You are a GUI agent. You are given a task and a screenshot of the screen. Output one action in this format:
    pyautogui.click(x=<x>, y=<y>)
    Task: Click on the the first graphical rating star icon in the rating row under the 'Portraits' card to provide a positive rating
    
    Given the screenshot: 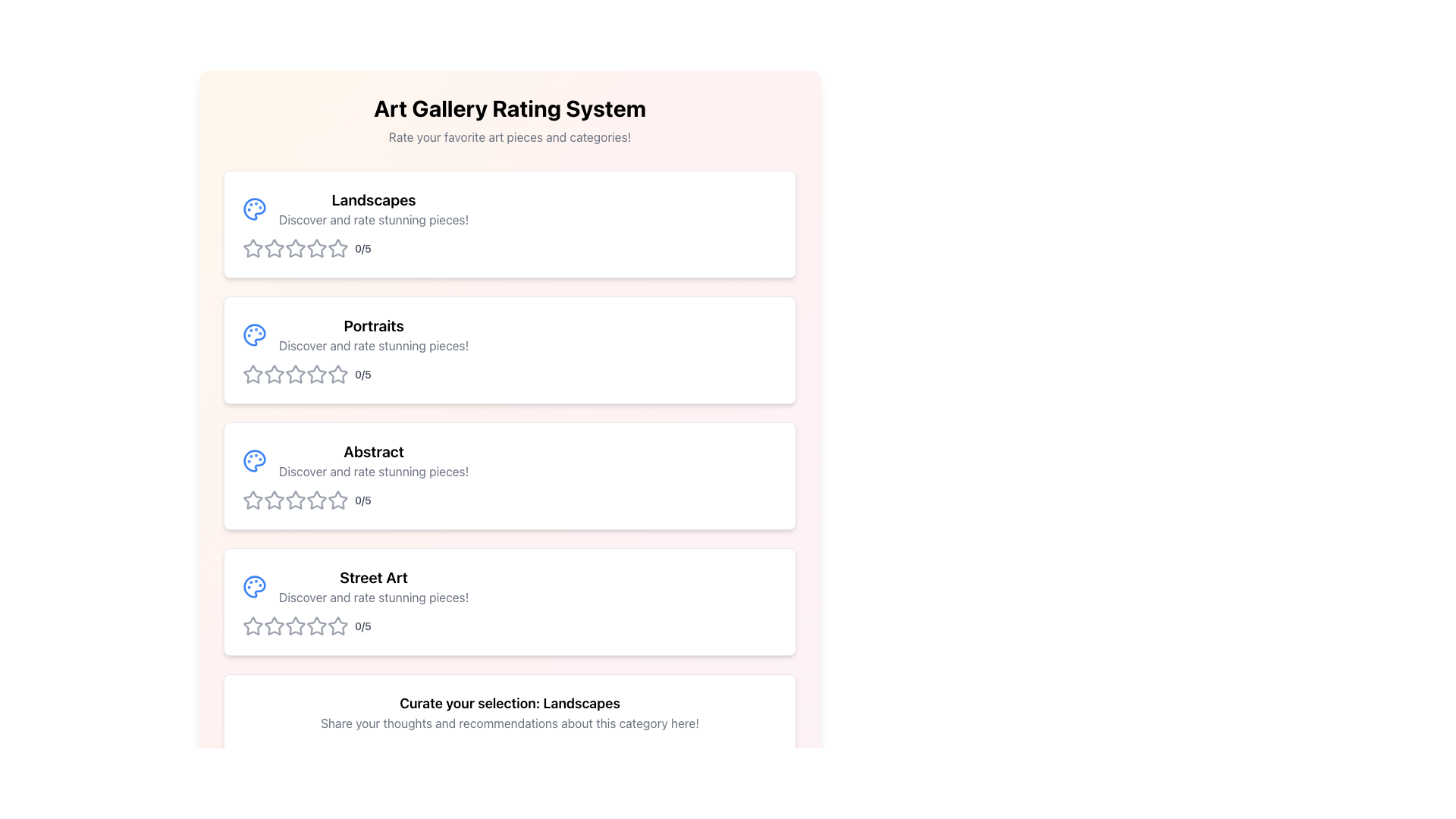 What is the action you would take?
    pyautogui.click(x=253, y=374)
    